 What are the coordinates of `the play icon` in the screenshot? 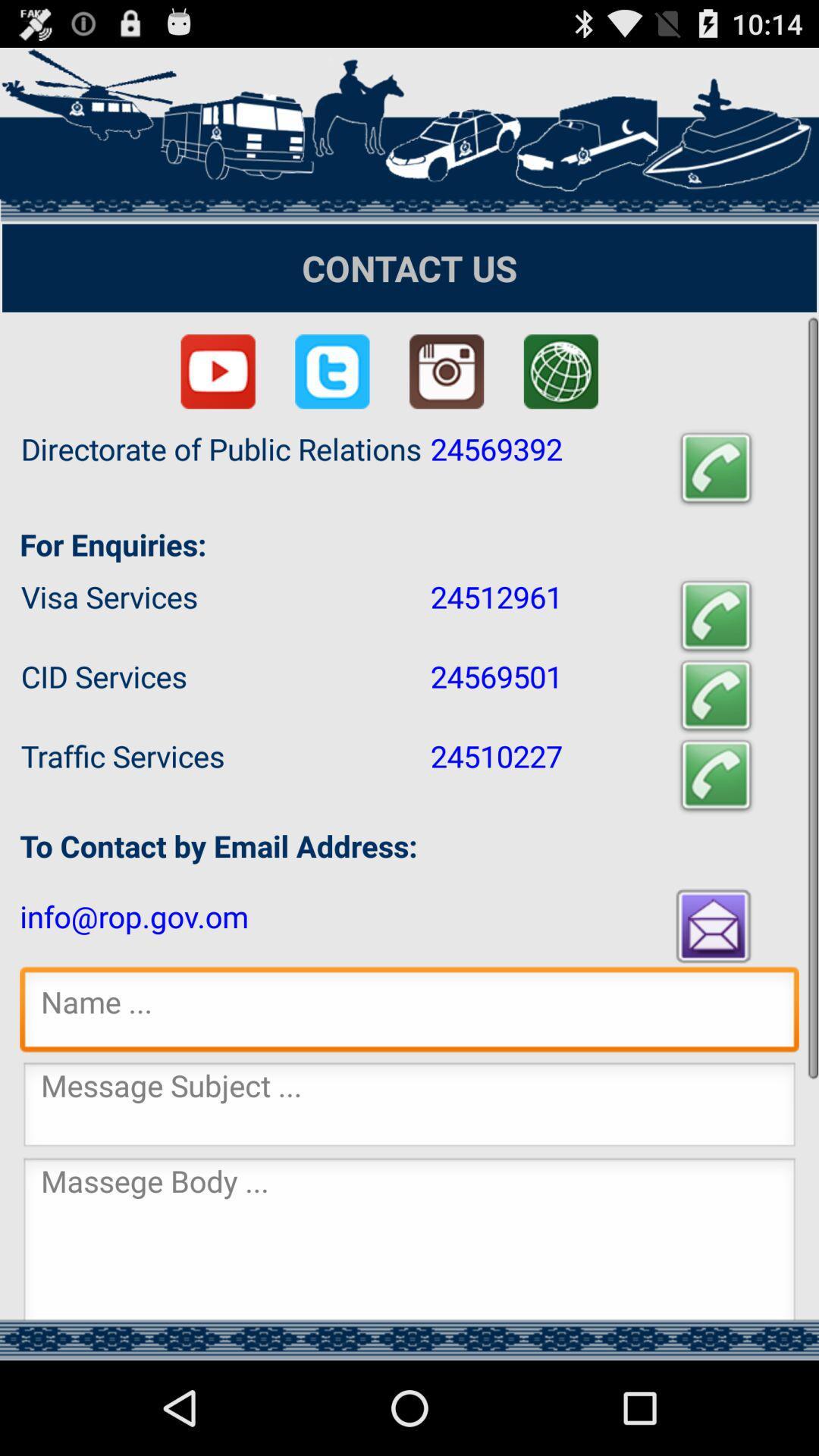 It's located at (218, 397).